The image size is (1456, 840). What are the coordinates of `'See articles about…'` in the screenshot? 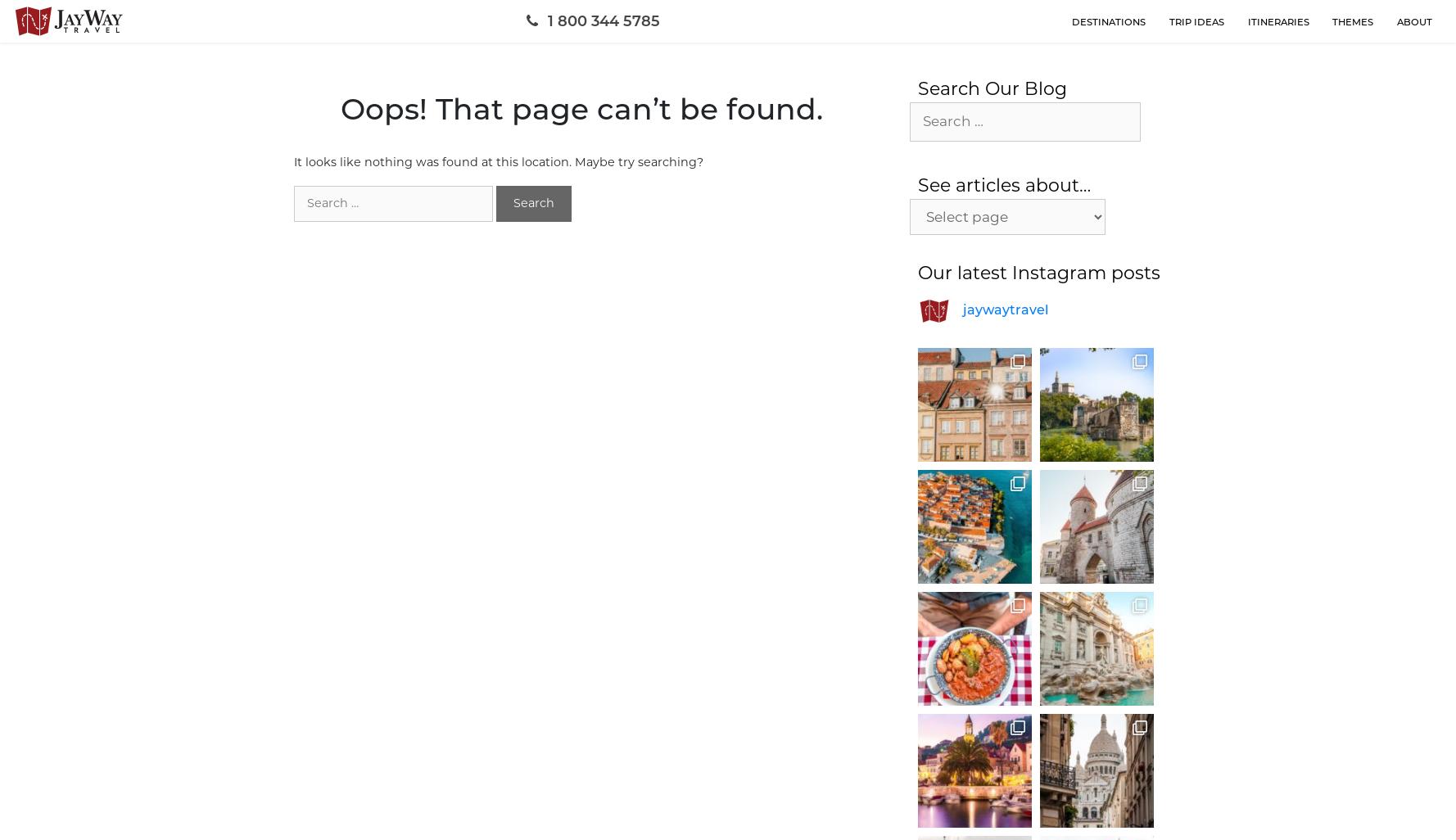 It's located at (1003, 184).